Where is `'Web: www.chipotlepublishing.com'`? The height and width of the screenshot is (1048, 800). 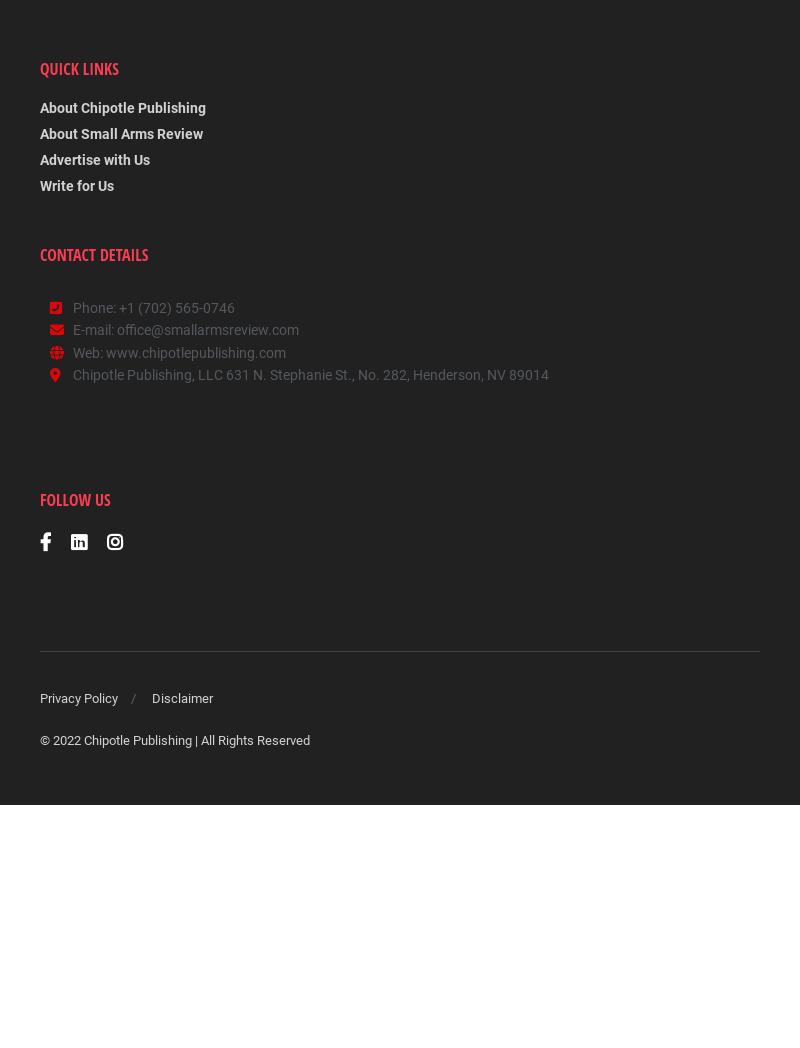
'Web: www.chipotlepublishing.com' is located at coordinates (177, 353).